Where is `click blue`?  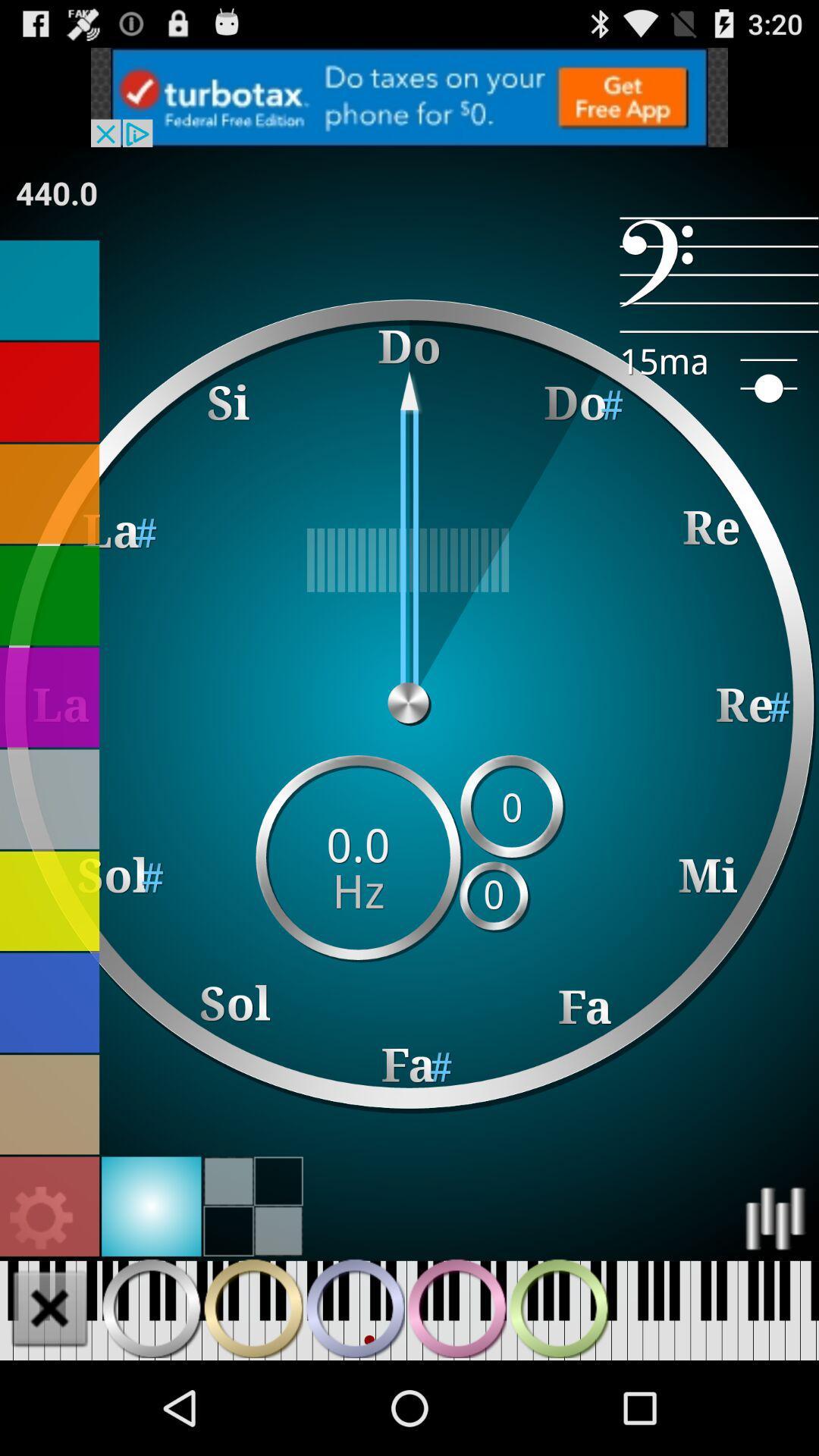
click blue is located at coordinates (49, 290).